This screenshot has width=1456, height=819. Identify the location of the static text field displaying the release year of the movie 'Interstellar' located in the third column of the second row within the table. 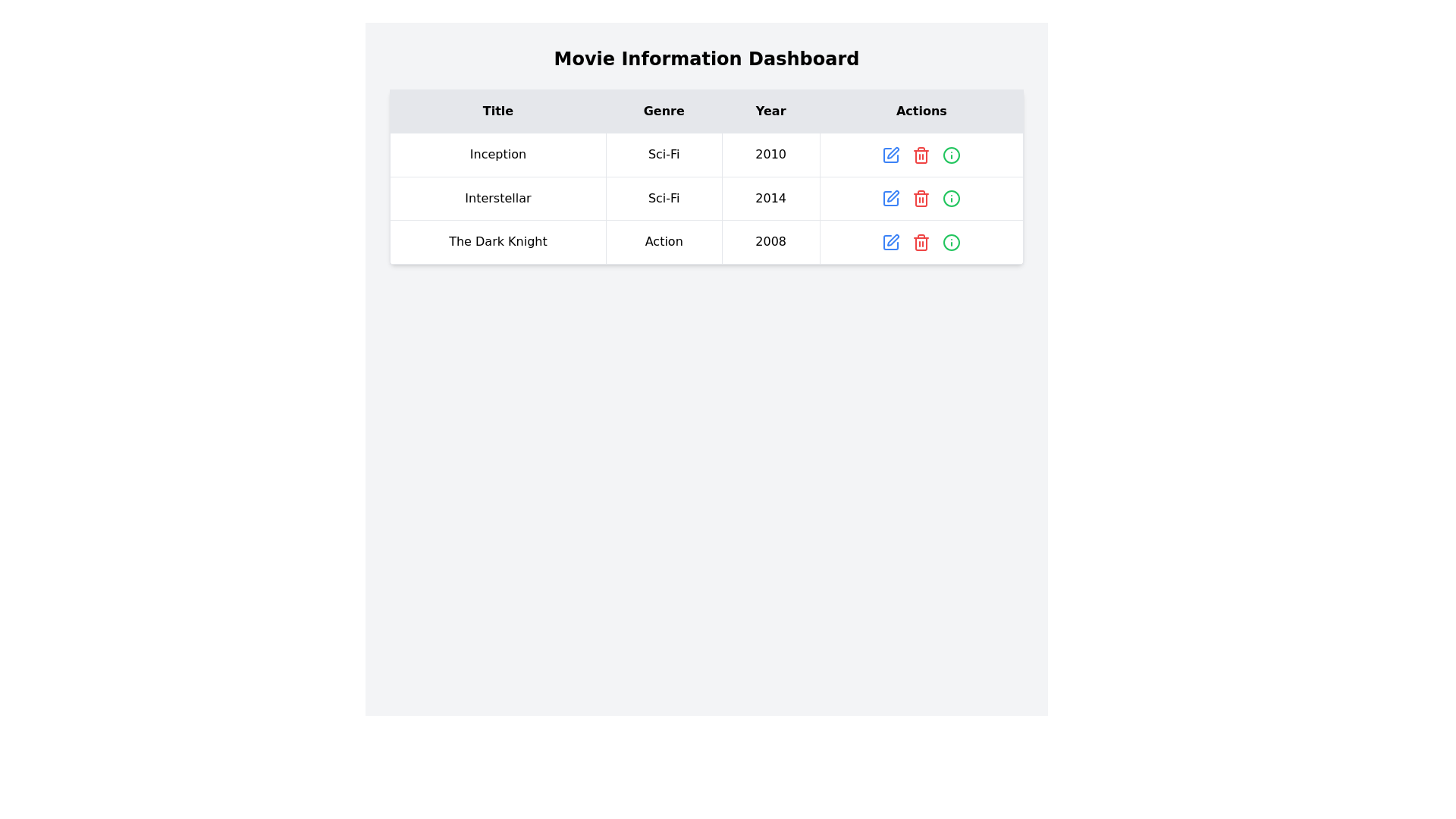
(770, 197).